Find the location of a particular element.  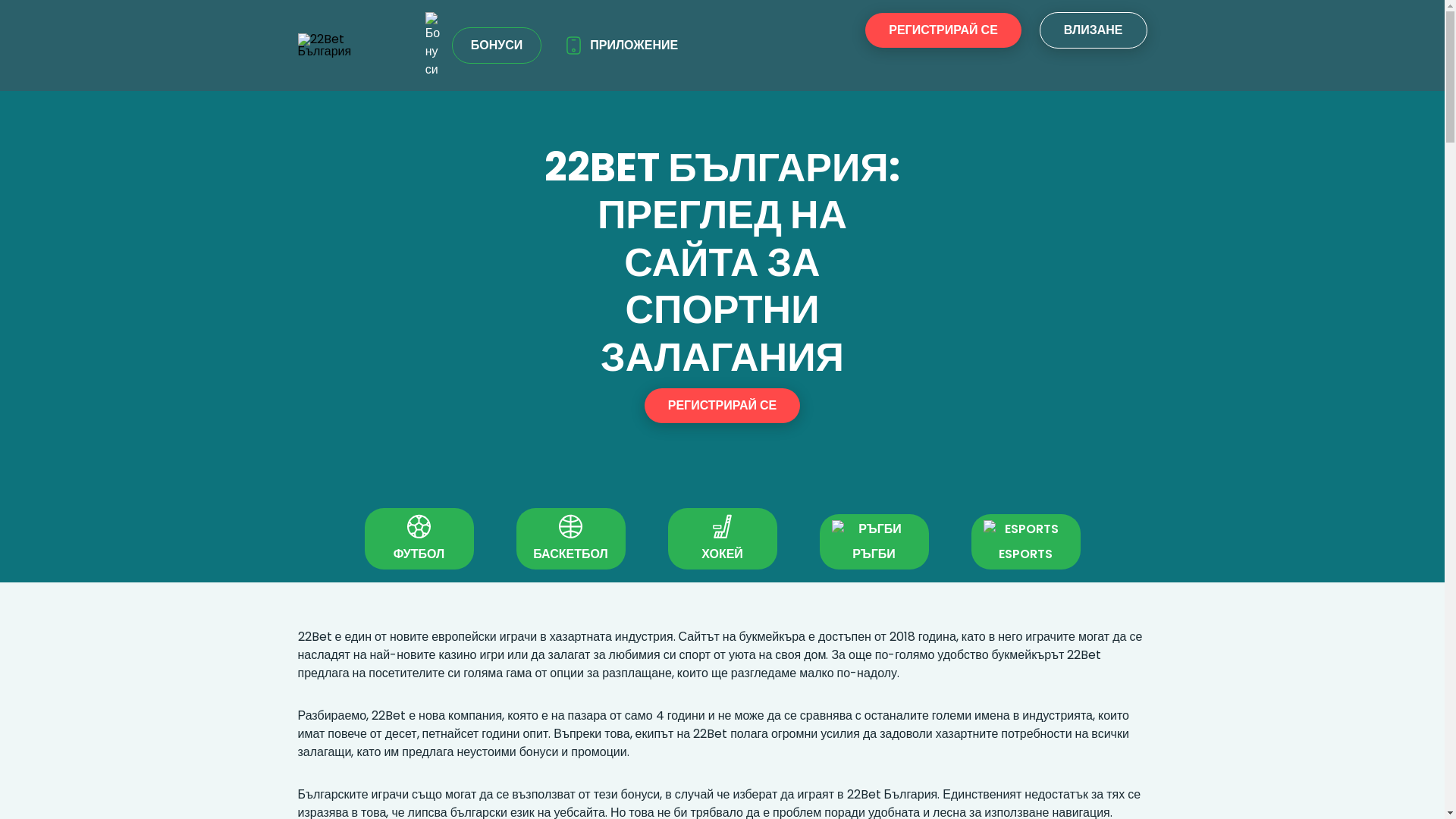

'eSports' is located at coordinates (983, 529).